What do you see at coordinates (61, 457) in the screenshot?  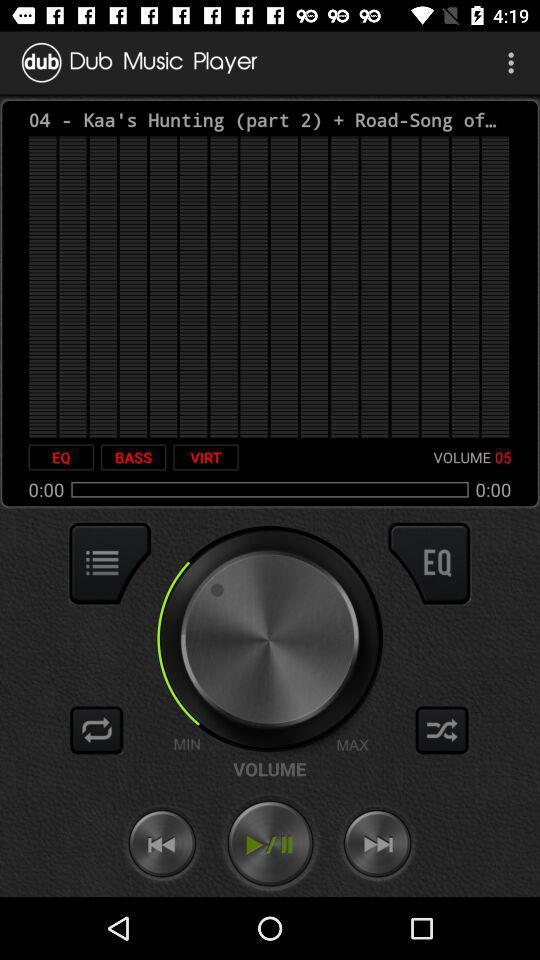 I see `eq   item` at bounding box center [61, 457].